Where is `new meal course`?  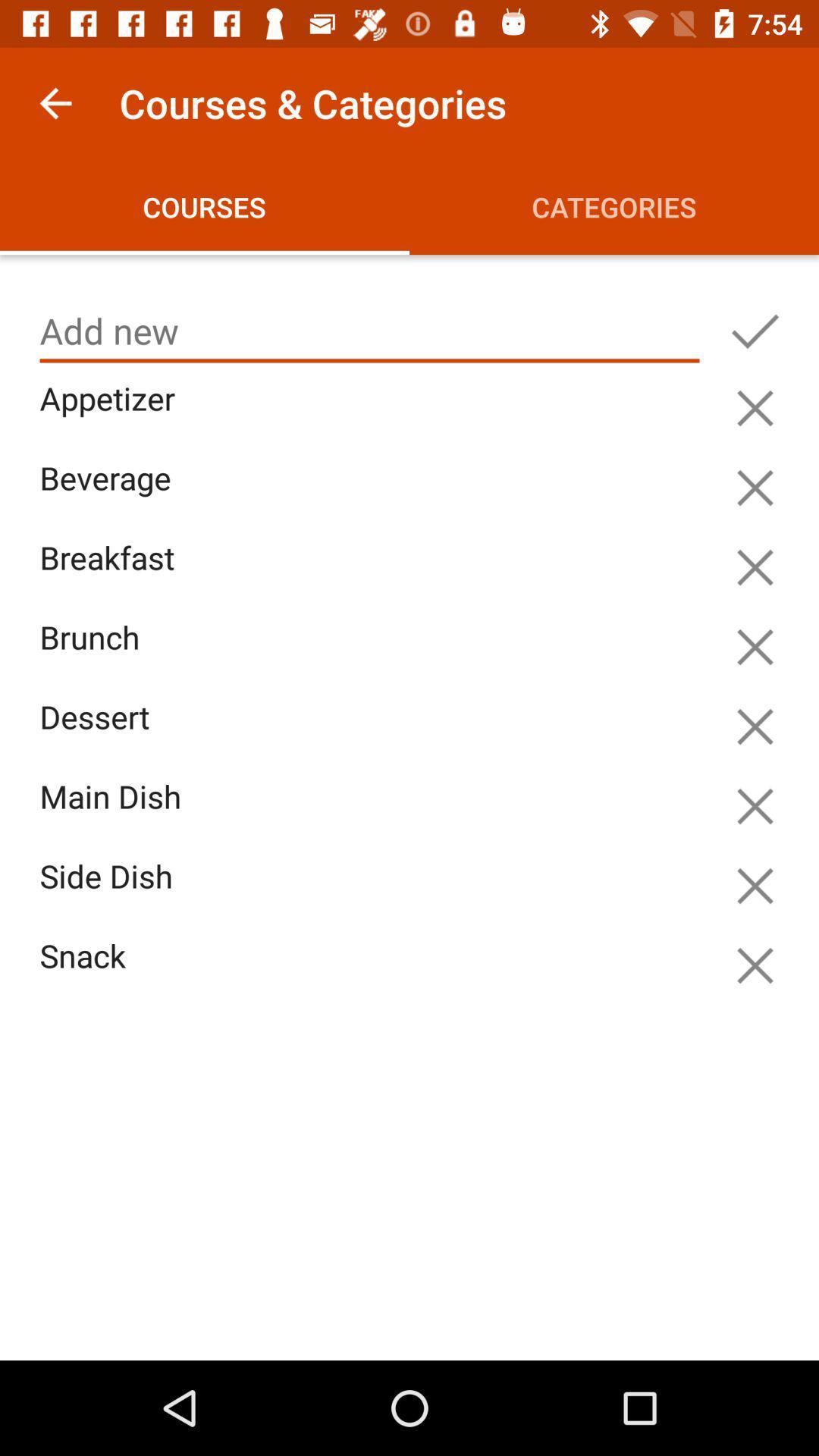
new meal course is located at coordinates (369, 331).